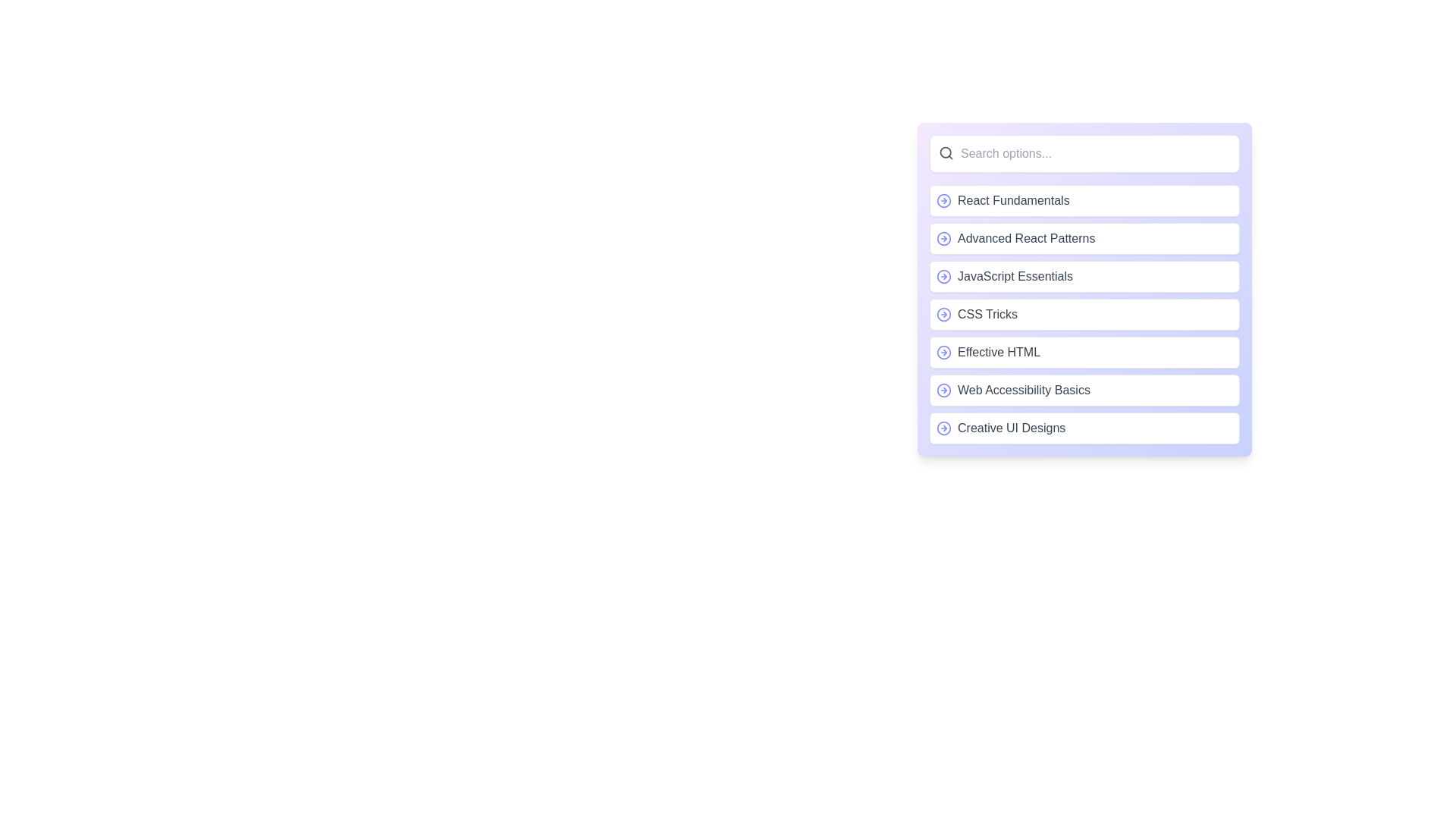 The width and height of the screenshot is (1456, 819). Describe the element at coordinates (1084, 314) in the screenshot. I see `the 'CSS Tricks' clickable list item, which is the fourth item in a vertical list` at that location.